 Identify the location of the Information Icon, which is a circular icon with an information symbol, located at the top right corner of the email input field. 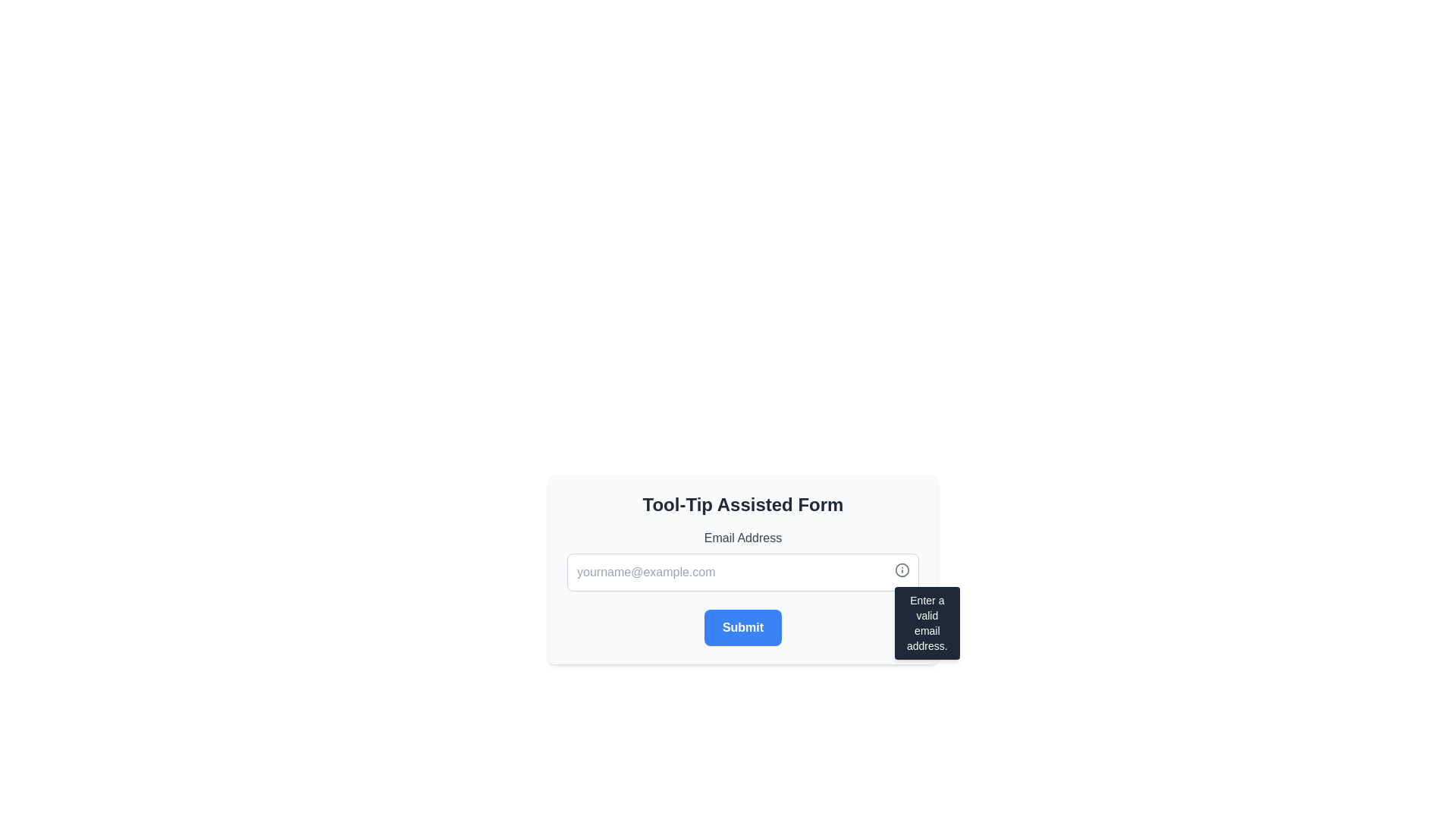
(902, 570).